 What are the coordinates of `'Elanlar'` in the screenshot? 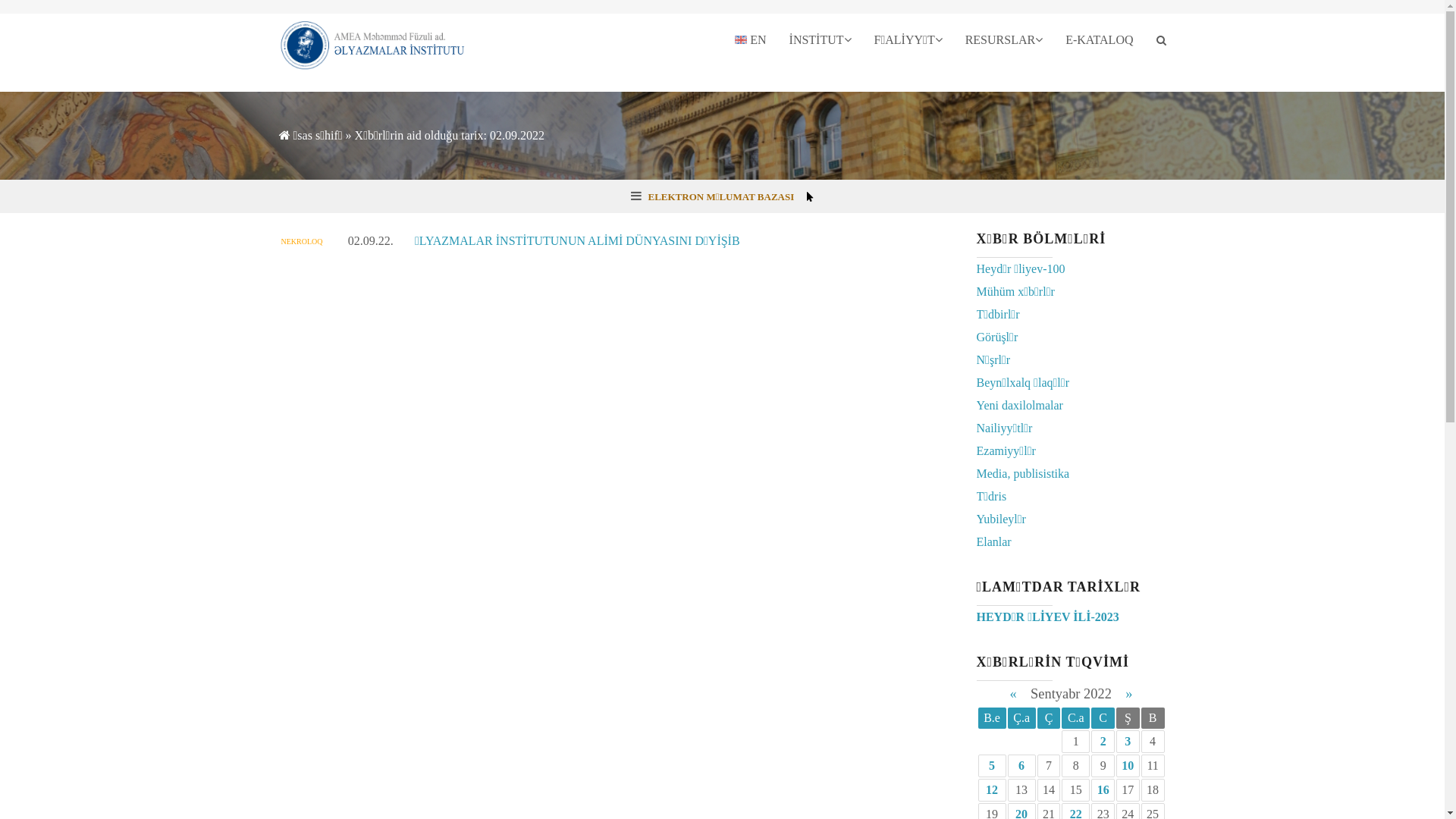 It's located at (993, 541).